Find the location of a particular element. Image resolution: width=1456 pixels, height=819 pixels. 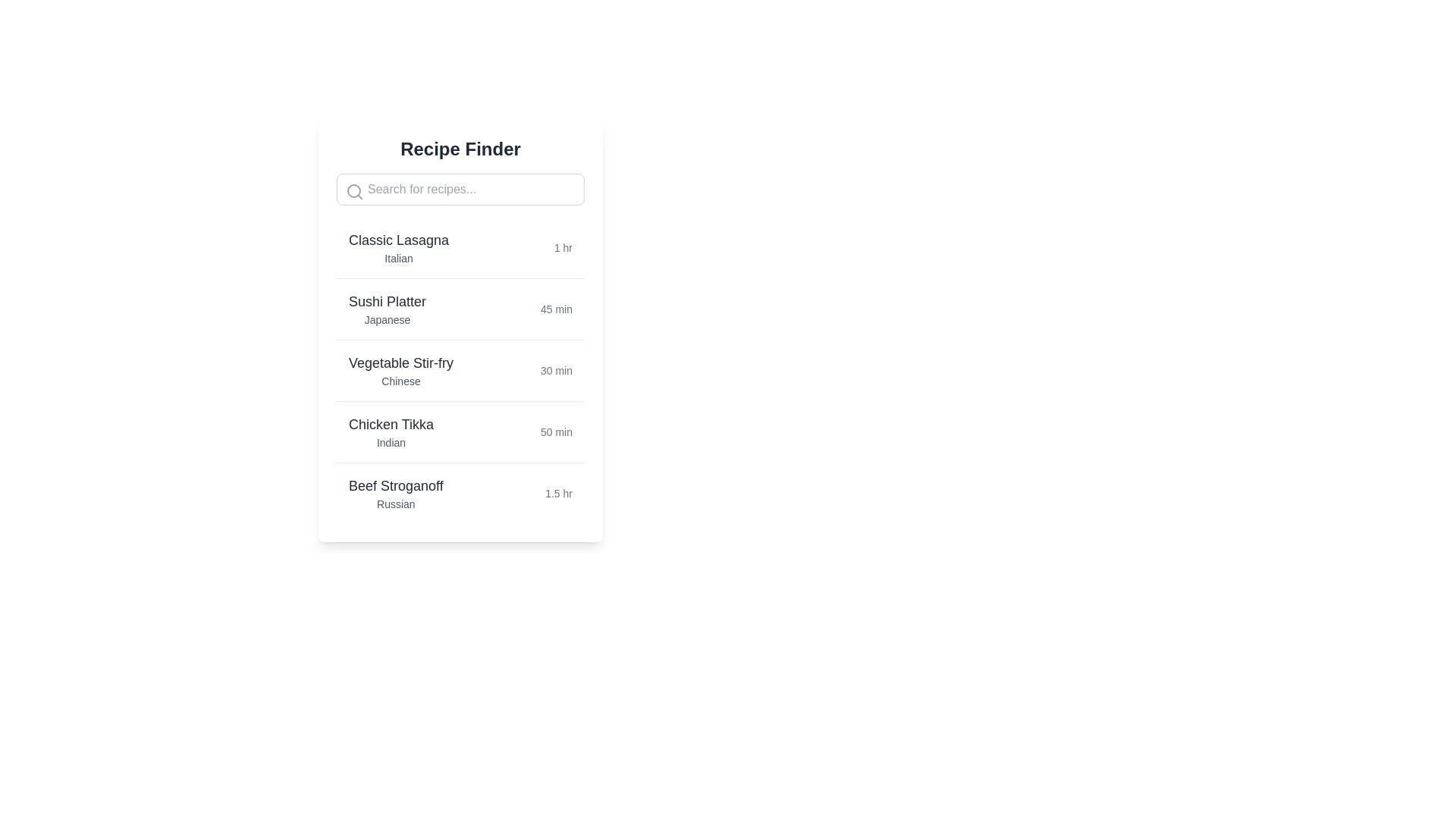

the text label displaying 'Sushi Platter', which is styled as a title in a bold font, located in the second row of the 'Recipe Finder' card beneath 'Classic Lasagna' is located at coordinates (388, 309).